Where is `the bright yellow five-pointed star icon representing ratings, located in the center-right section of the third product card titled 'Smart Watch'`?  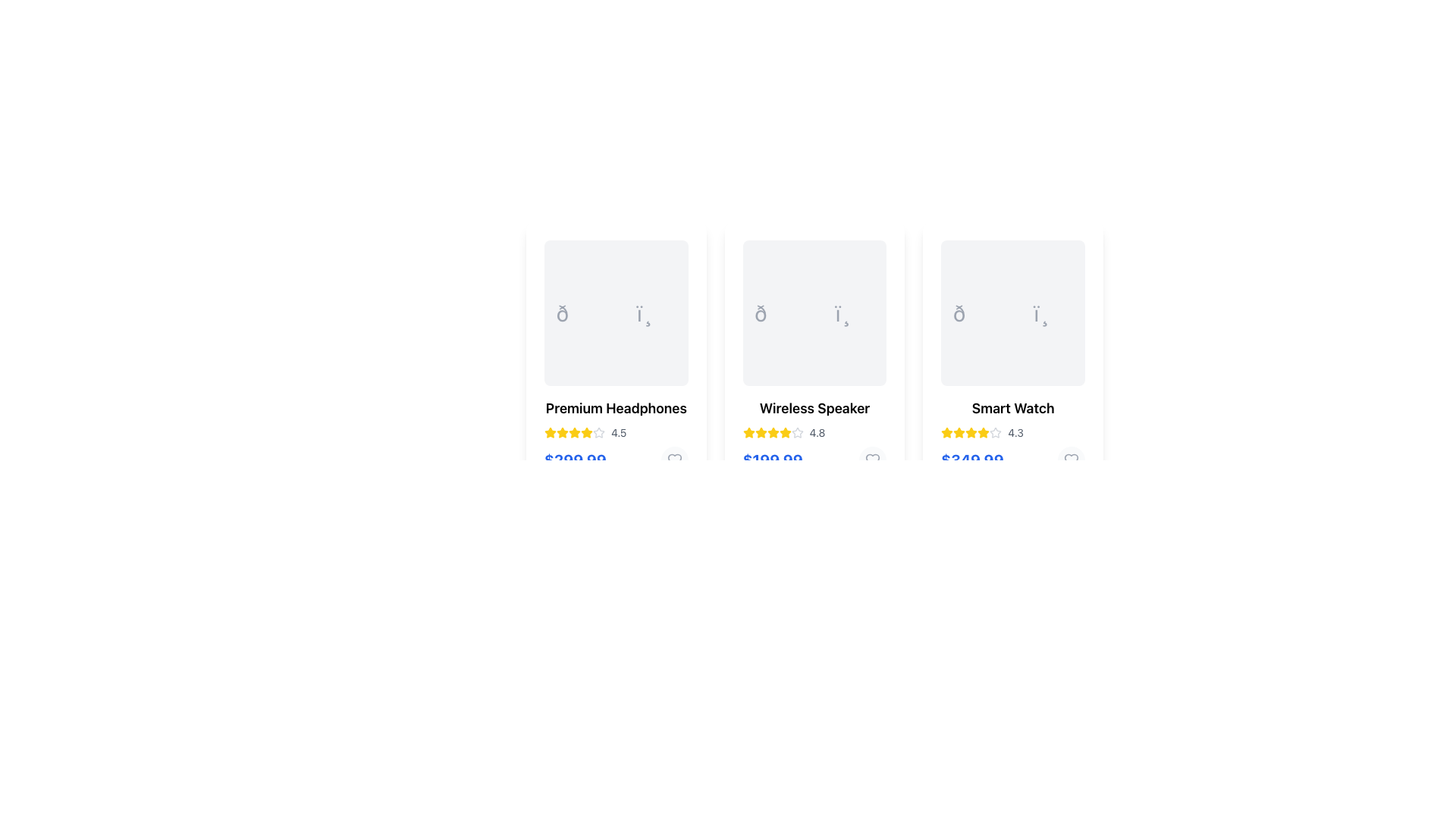
the bright yellow five-pointed star icon representing ratings, located in the center-right section of the third product card titled 'Smart Watch' is located at coordinates (984, 432).